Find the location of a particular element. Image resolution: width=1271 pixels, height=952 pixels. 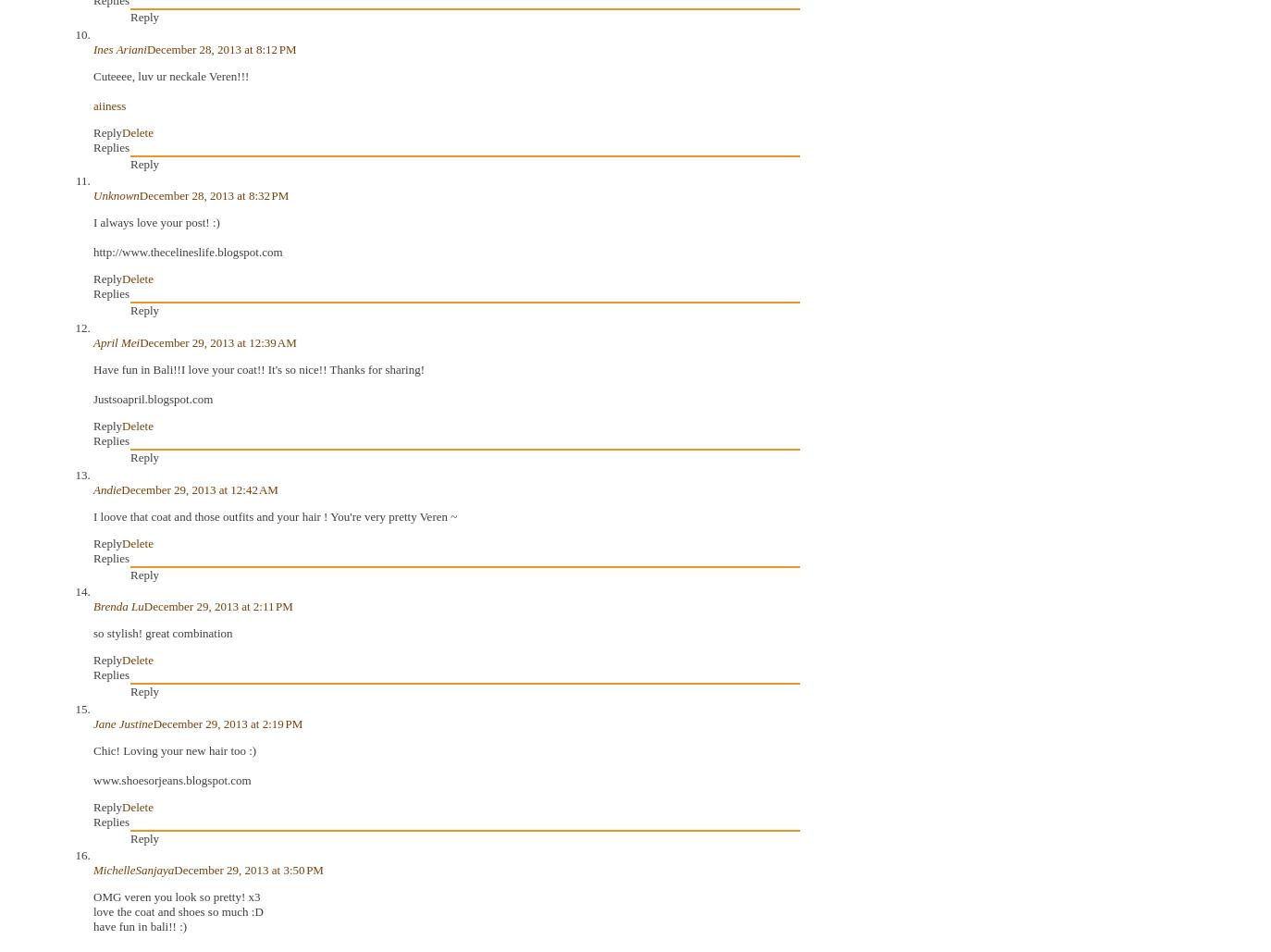

'I loove that coat and those outfits and your hair ! You're very pretty Veren ~' is located at coordinates (274, 514).